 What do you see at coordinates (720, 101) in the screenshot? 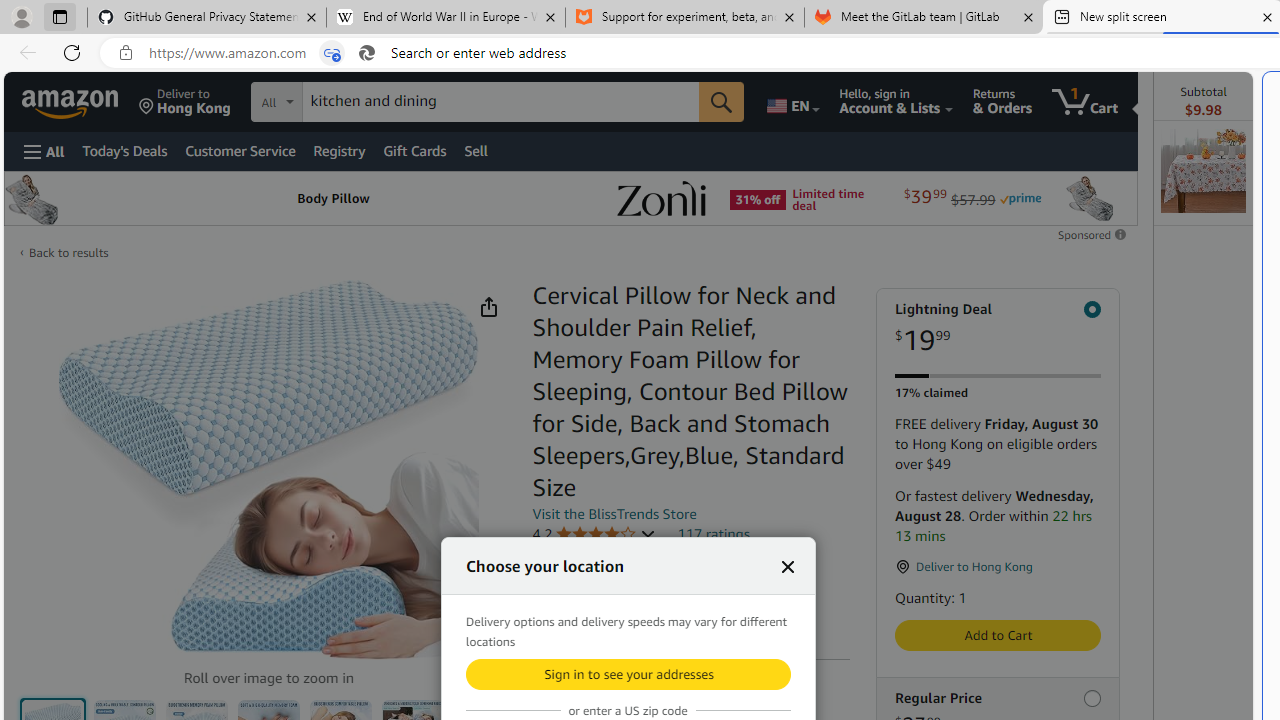
I see `'Go'` at bounding box center [720, 101].